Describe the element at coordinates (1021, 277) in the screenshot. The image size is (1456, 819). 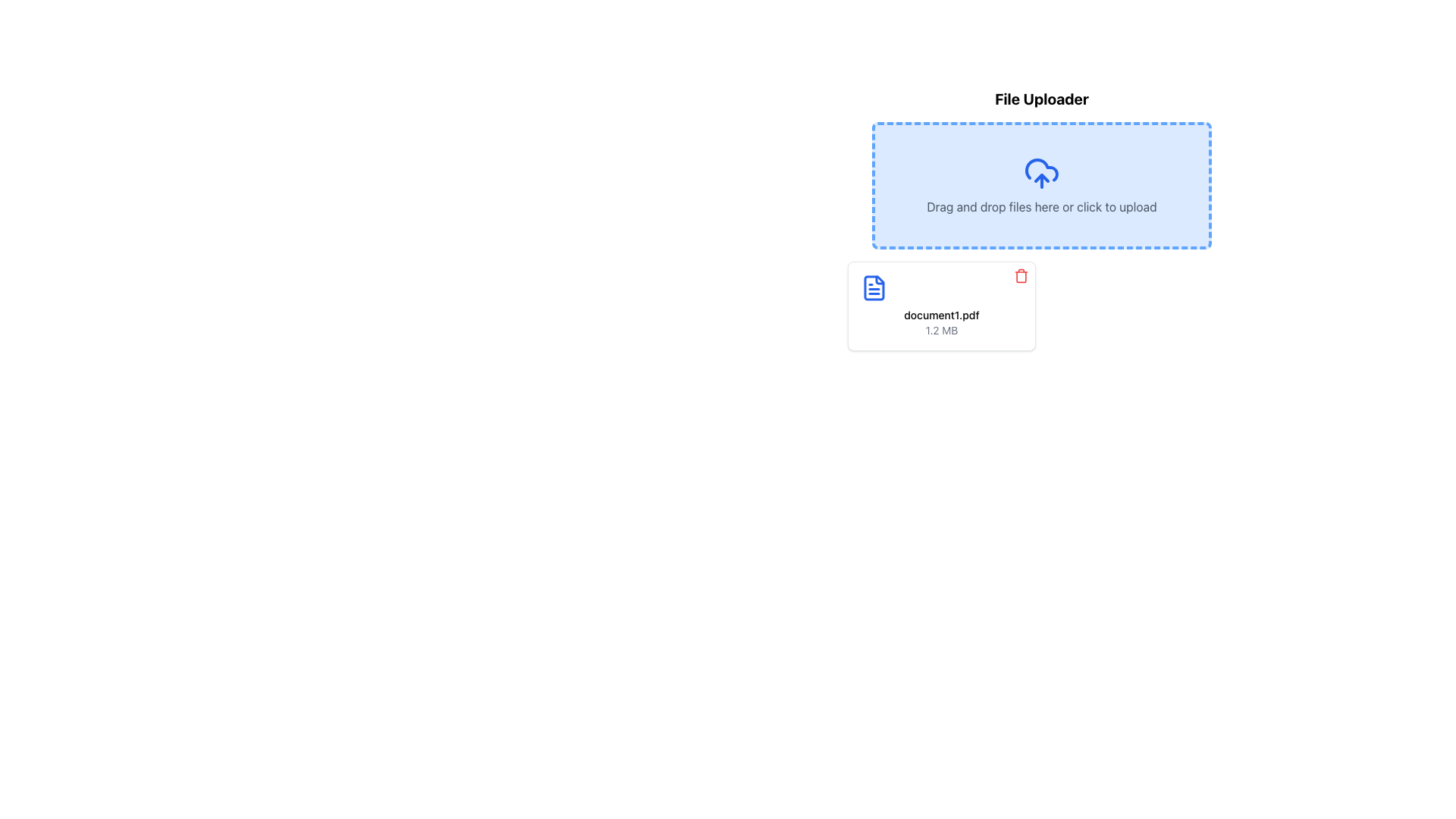
I see `the icon represented by a rectangular structure with rounded edges, located next to the 'document1.pdf' file listing entry` at that location.